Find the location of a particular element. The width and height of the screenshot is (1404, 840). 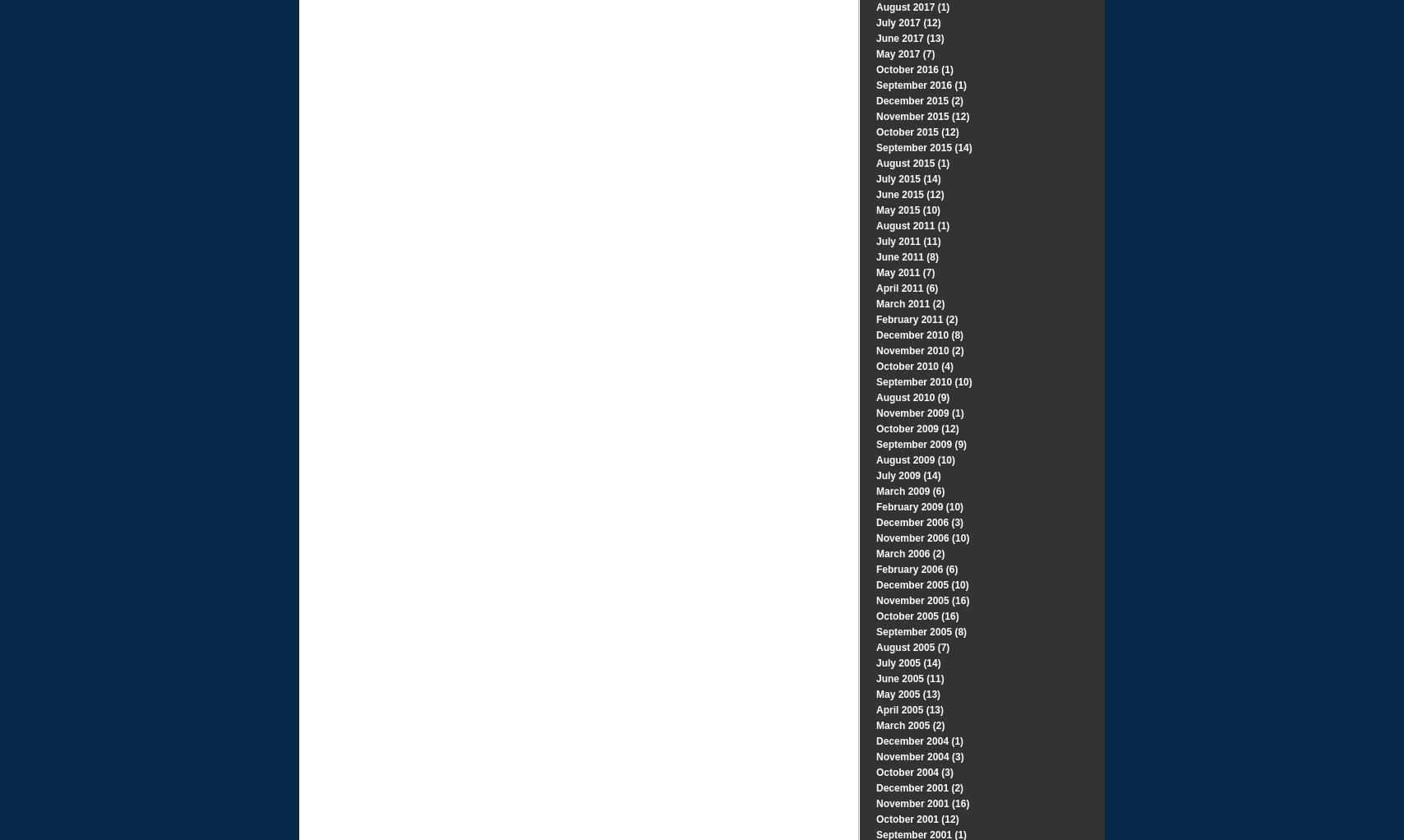

'December 2001 (2)' is located at coordinates (875, 787).